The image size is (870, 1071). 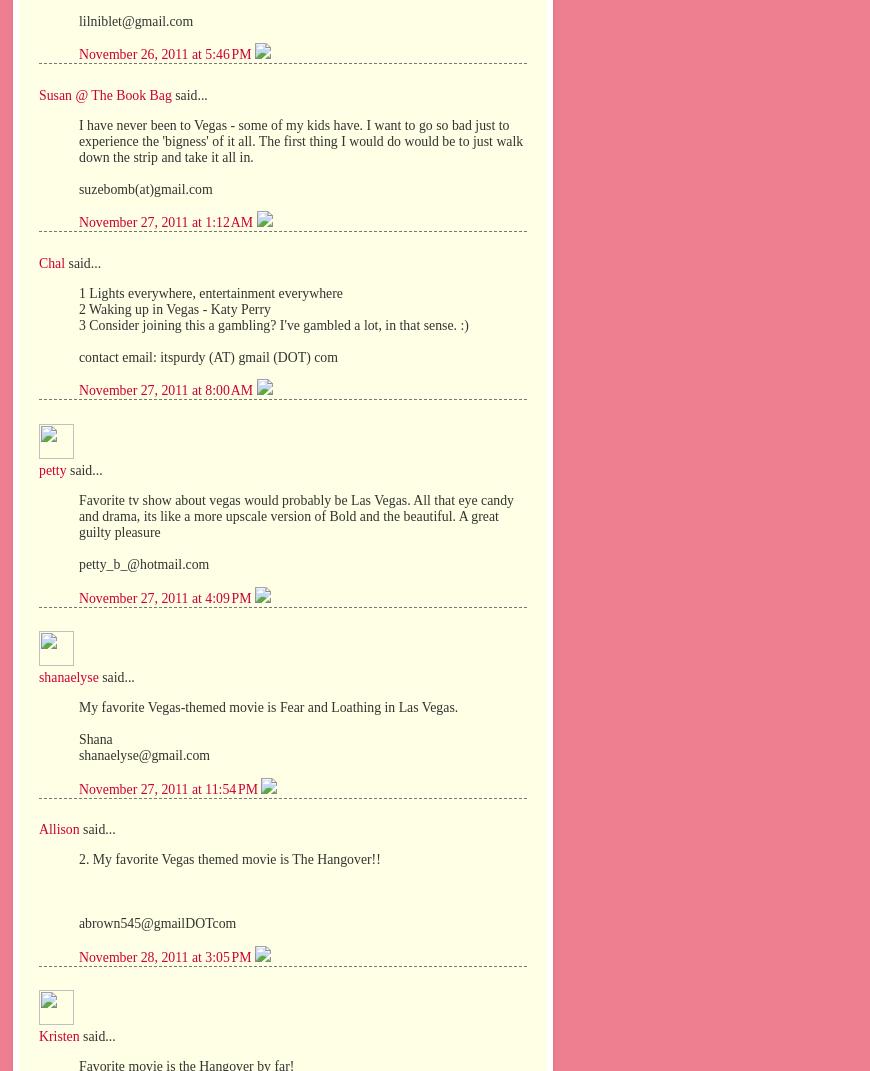 I want to click on 'Favorite tv show about vegas would probably be Las Vegas. All that eye candy and drama, its like a more upscale version of Bold and the beautiful. A great guilty pleasure', so click(x=296, y=514).